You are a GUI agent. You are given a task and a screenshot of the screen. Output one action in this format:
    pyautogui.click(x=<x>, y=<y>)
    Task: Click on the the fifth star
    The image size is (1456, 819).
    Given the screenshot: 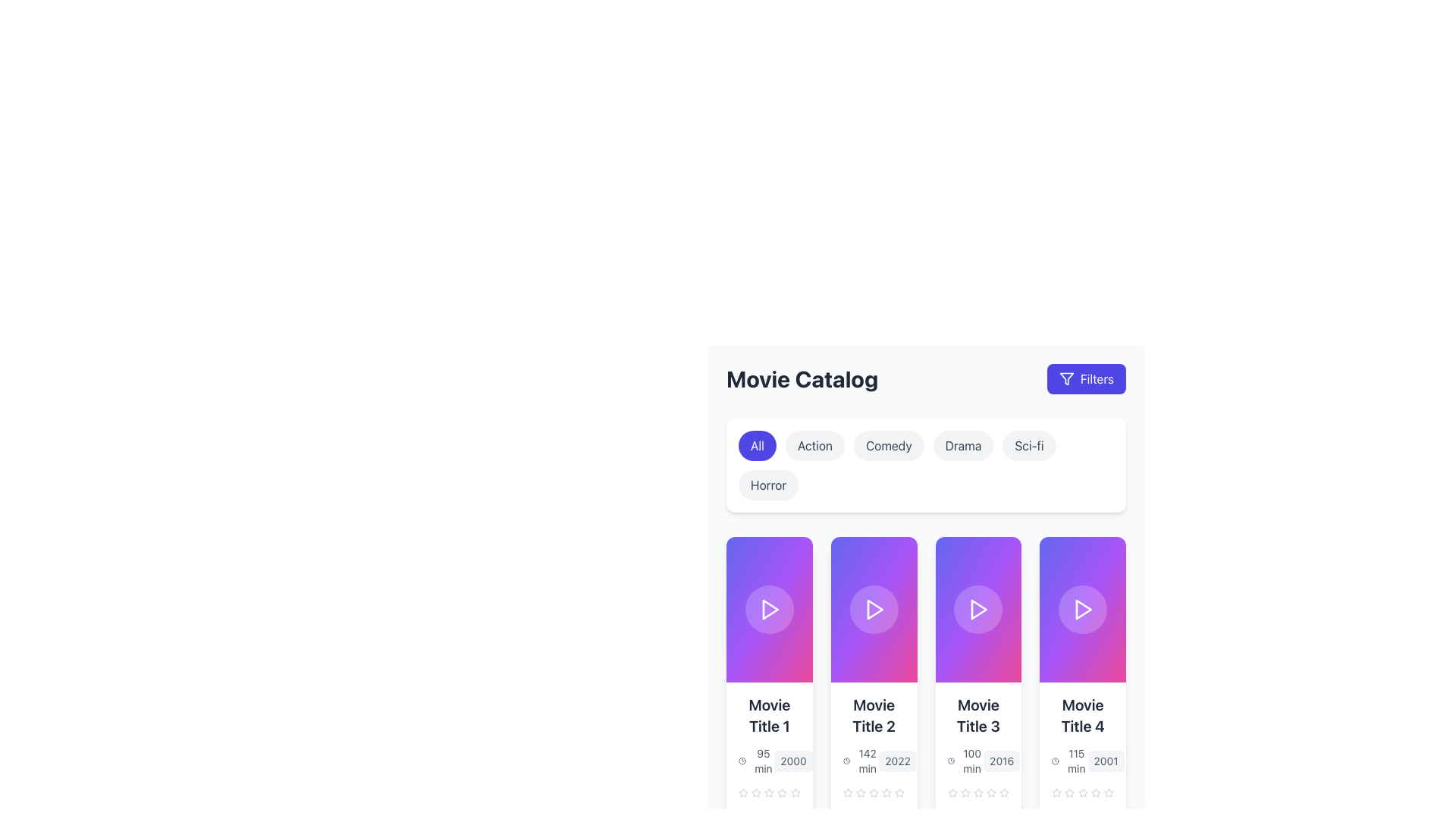 What is the action you would take?
    pyautogui.click(x=795, y=792)
    